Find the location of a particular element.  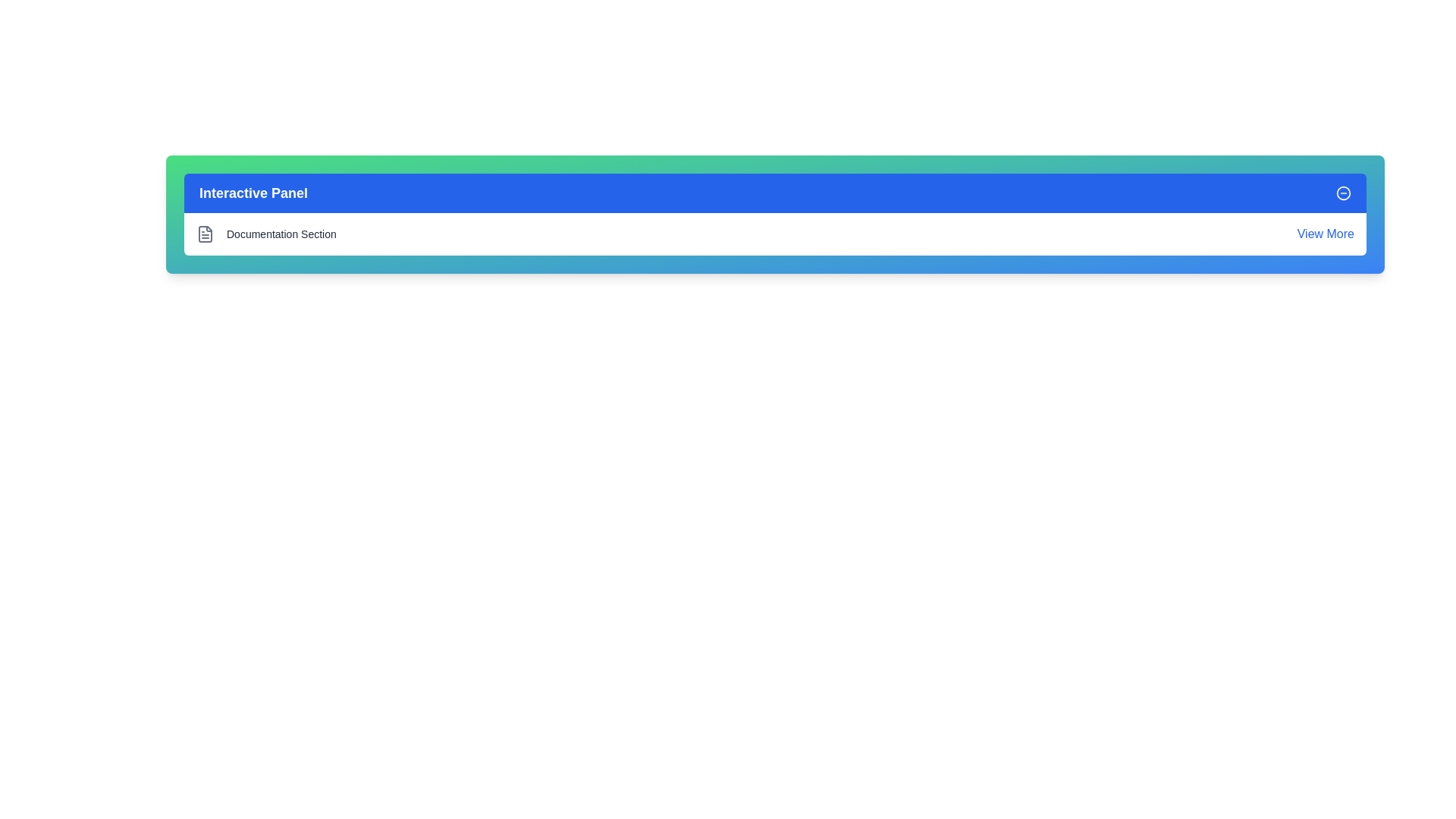

the circular icon button with a minus sign inside, located in the upper-right corner of the 'Interactive Panel' header is located at coordinates (1343, 192).